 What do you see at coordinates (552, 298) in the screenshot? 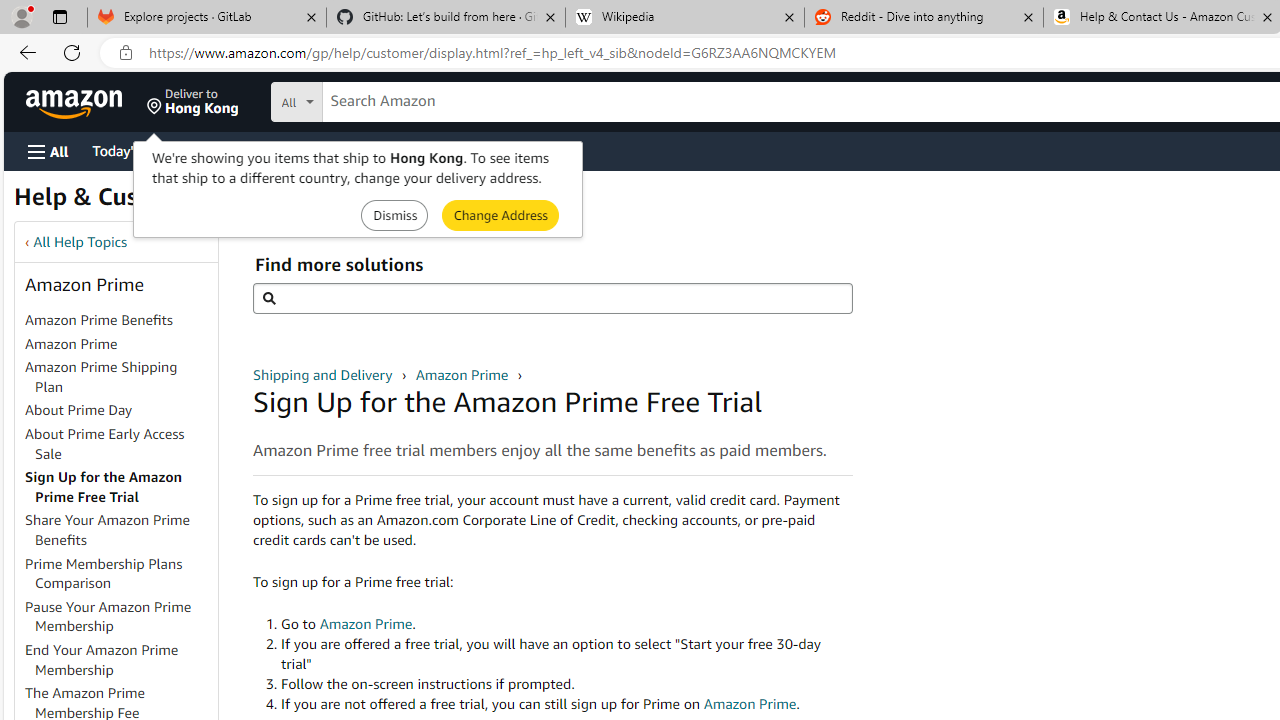
I see `'Find more solutions'` at bounding box center [552, 298].